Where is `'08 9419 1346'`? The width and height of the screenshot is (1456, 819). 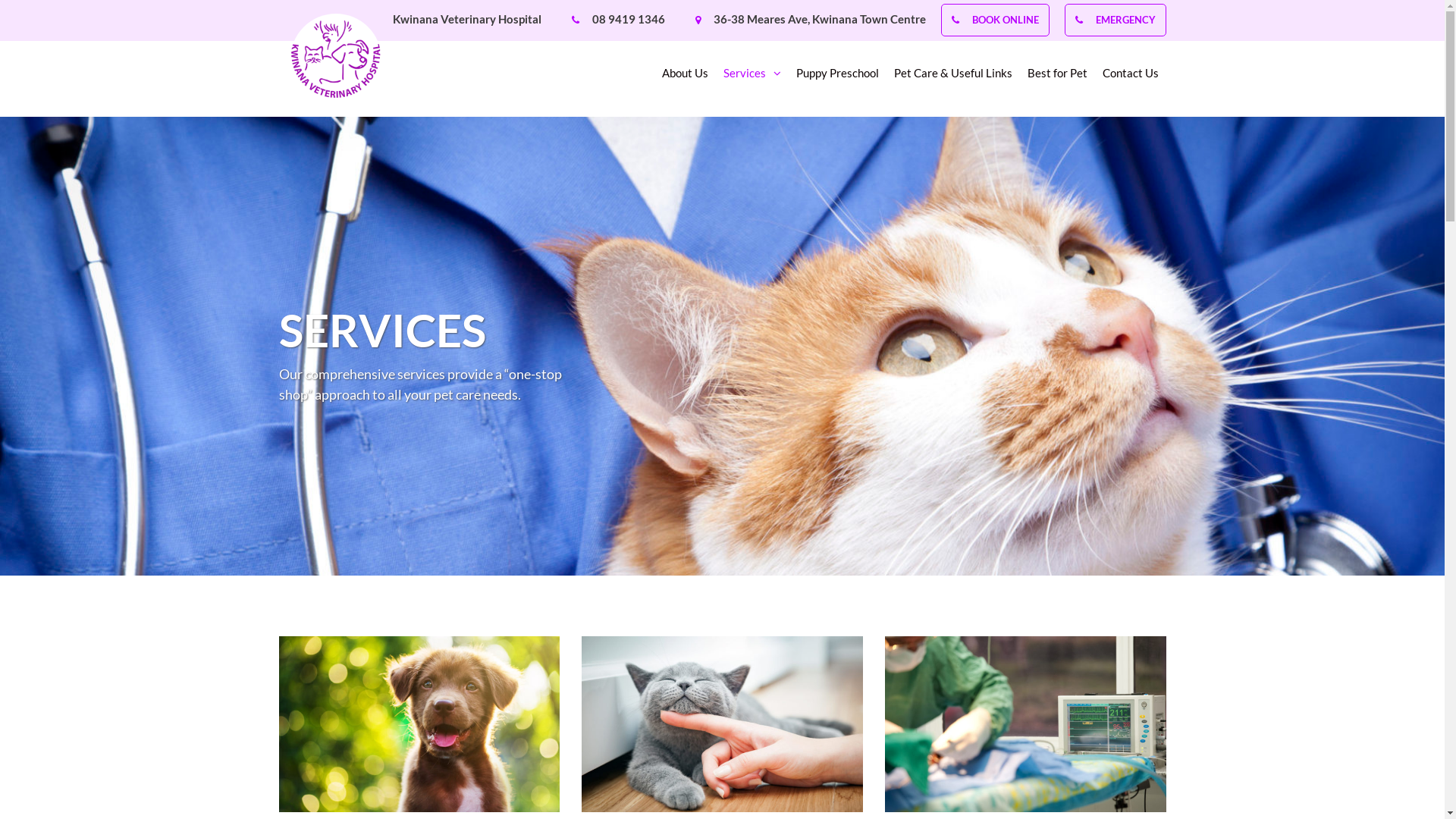
'08 9419 1346' is located at coordinates (628, 18).